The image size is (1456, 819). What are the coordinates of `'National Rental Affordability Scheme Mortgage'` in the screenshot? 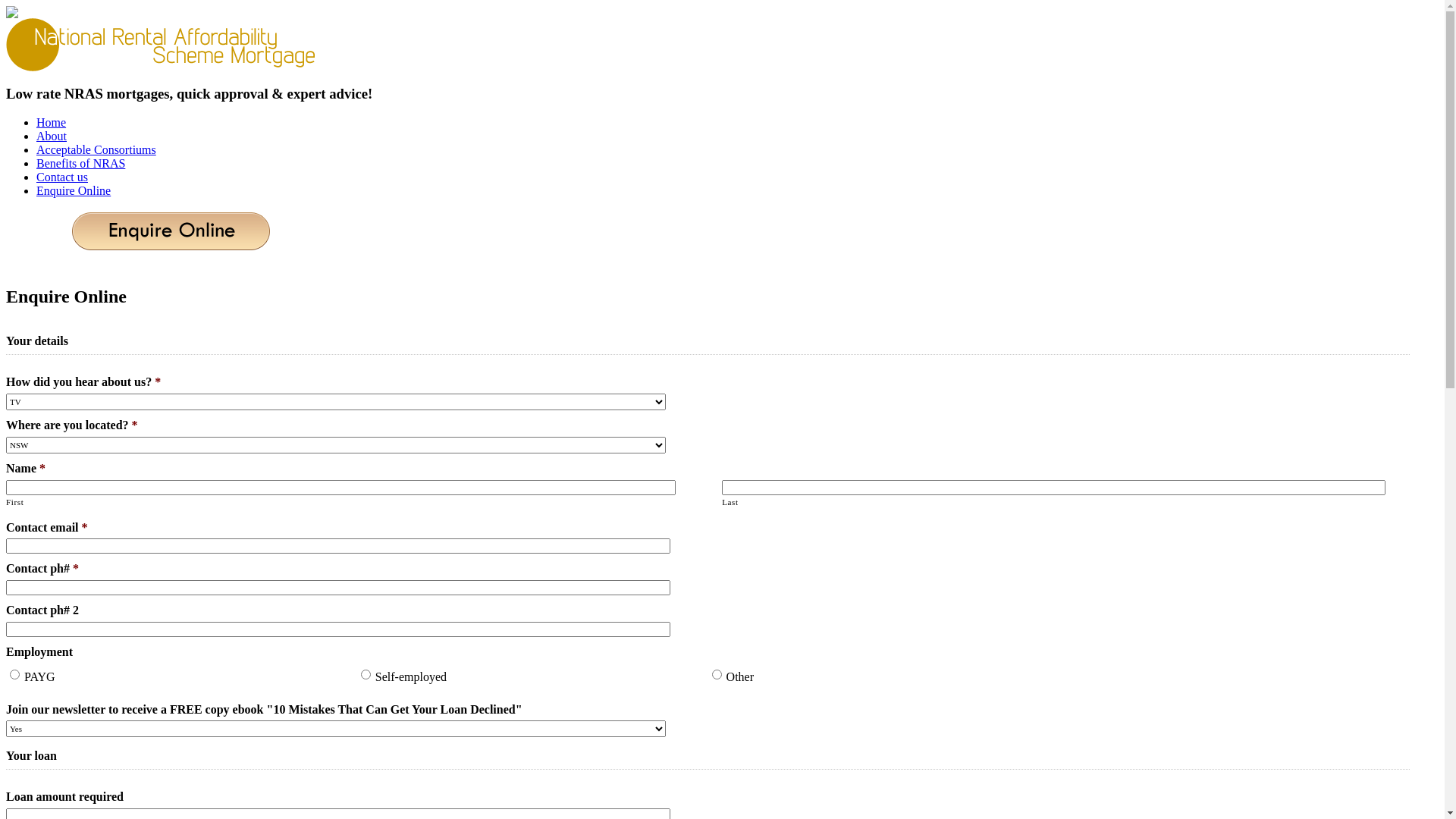 It's located at (162, 43).